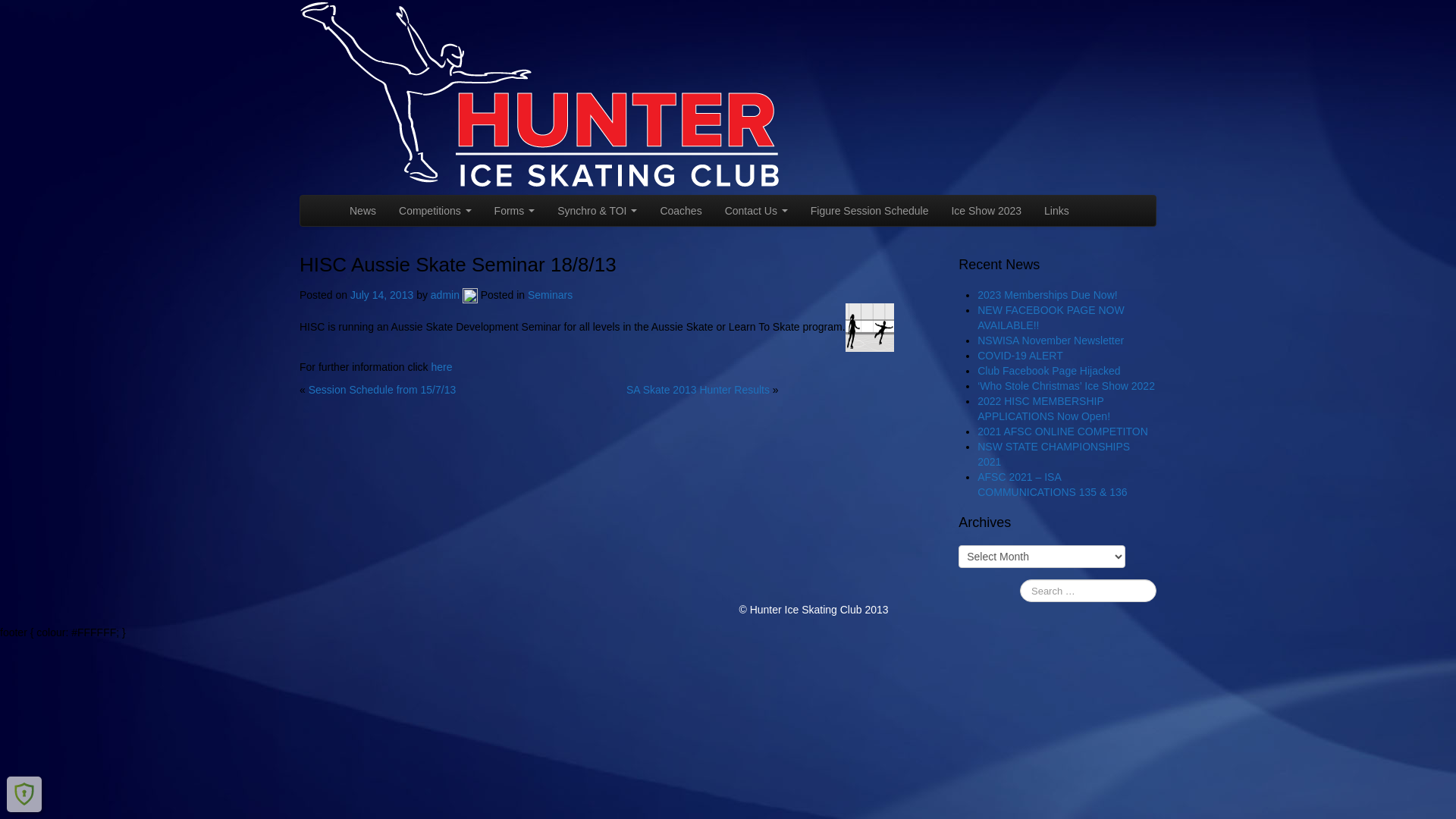 This screenshot has height=819, width=1456. What do you see at coordinates (679, 210) in the screenshot?
I see `'Coaches'` at bounding box center [679, 210].